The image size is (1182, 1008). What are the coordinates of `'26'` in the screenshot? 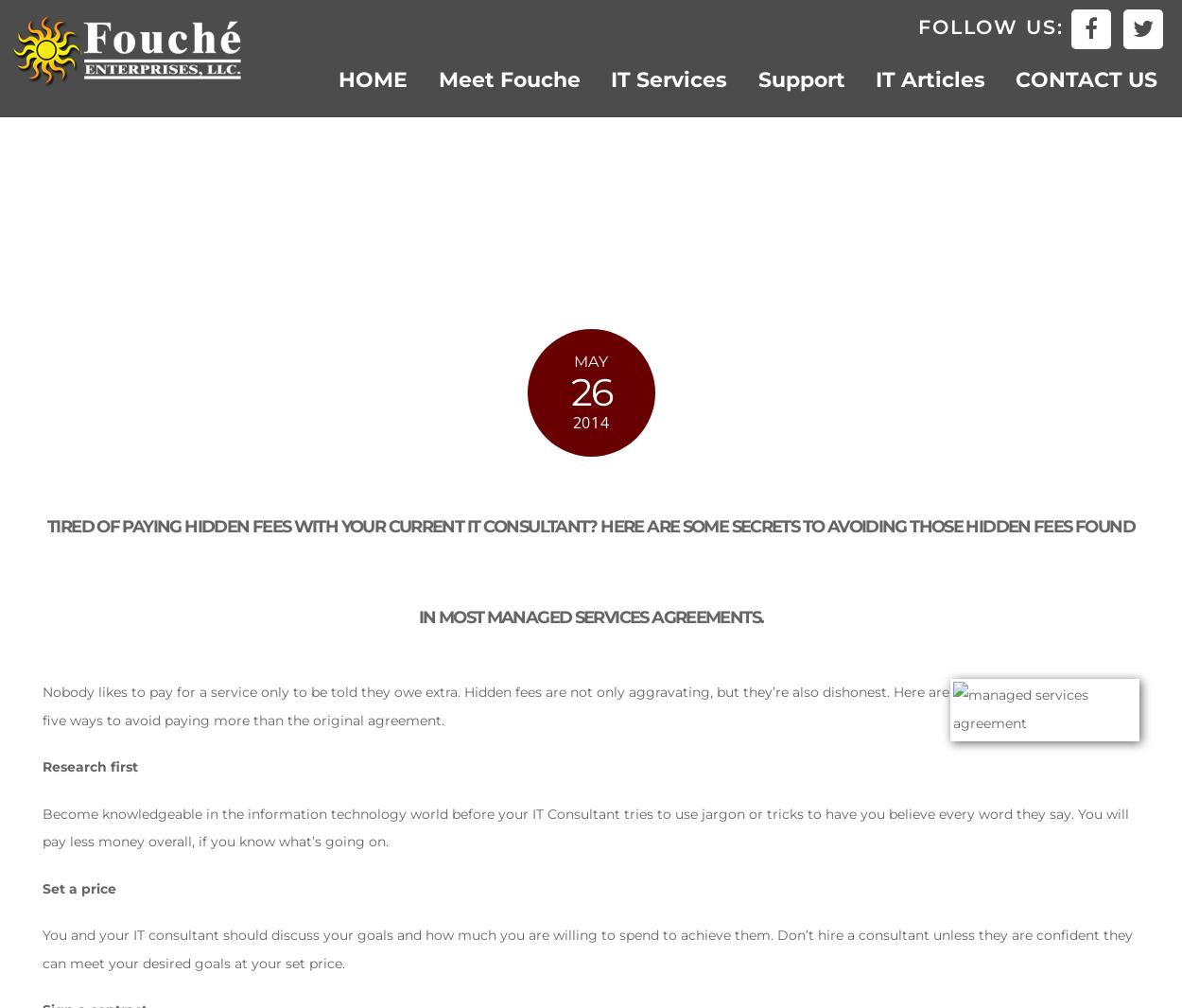 It's located at (589, 391).